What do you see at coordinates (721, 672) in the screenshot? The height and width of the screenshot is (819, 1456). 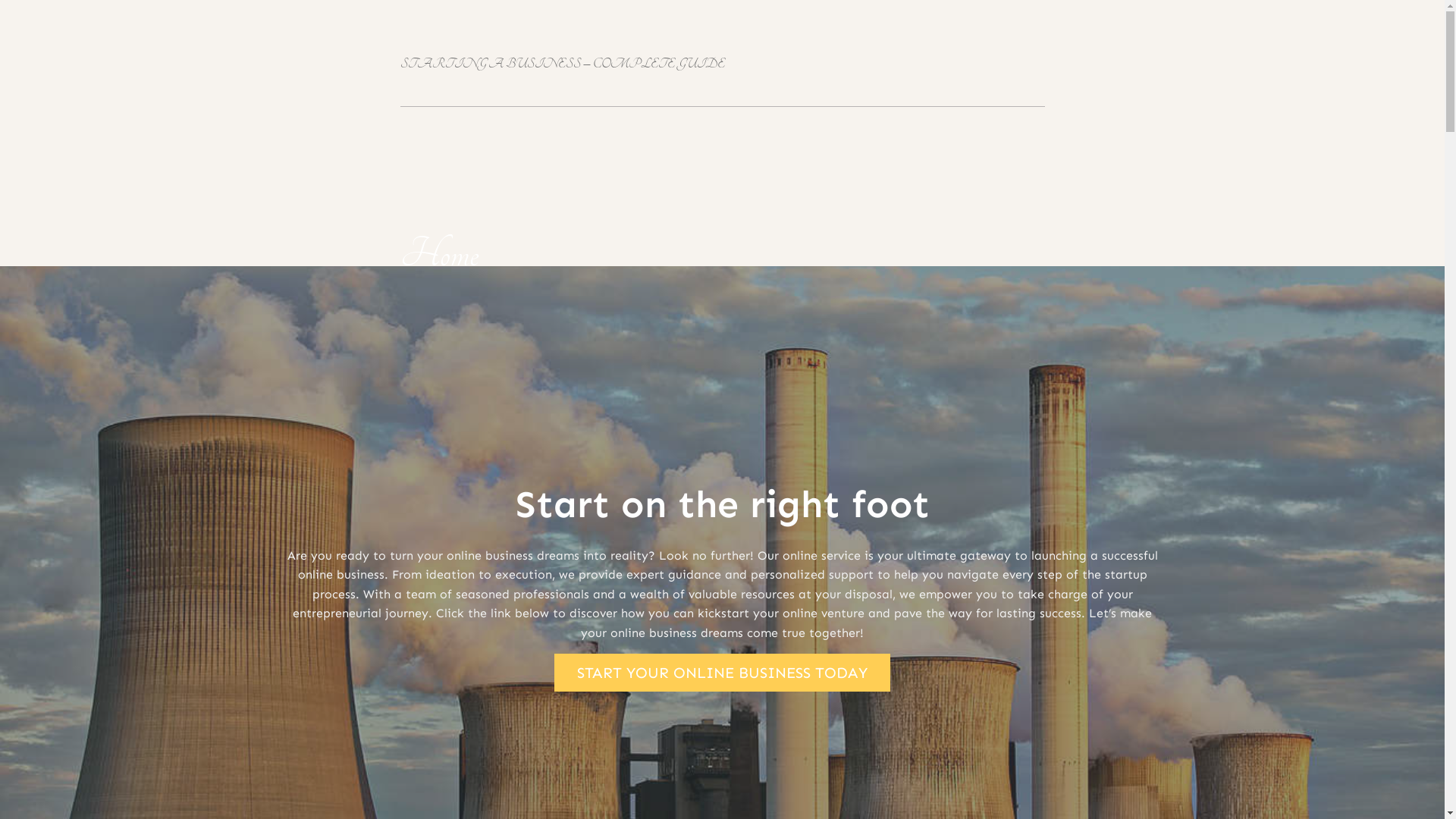 I see `'START YOUR ONLINE BUSINESS TODAY'` at bounding box center [721, 672].